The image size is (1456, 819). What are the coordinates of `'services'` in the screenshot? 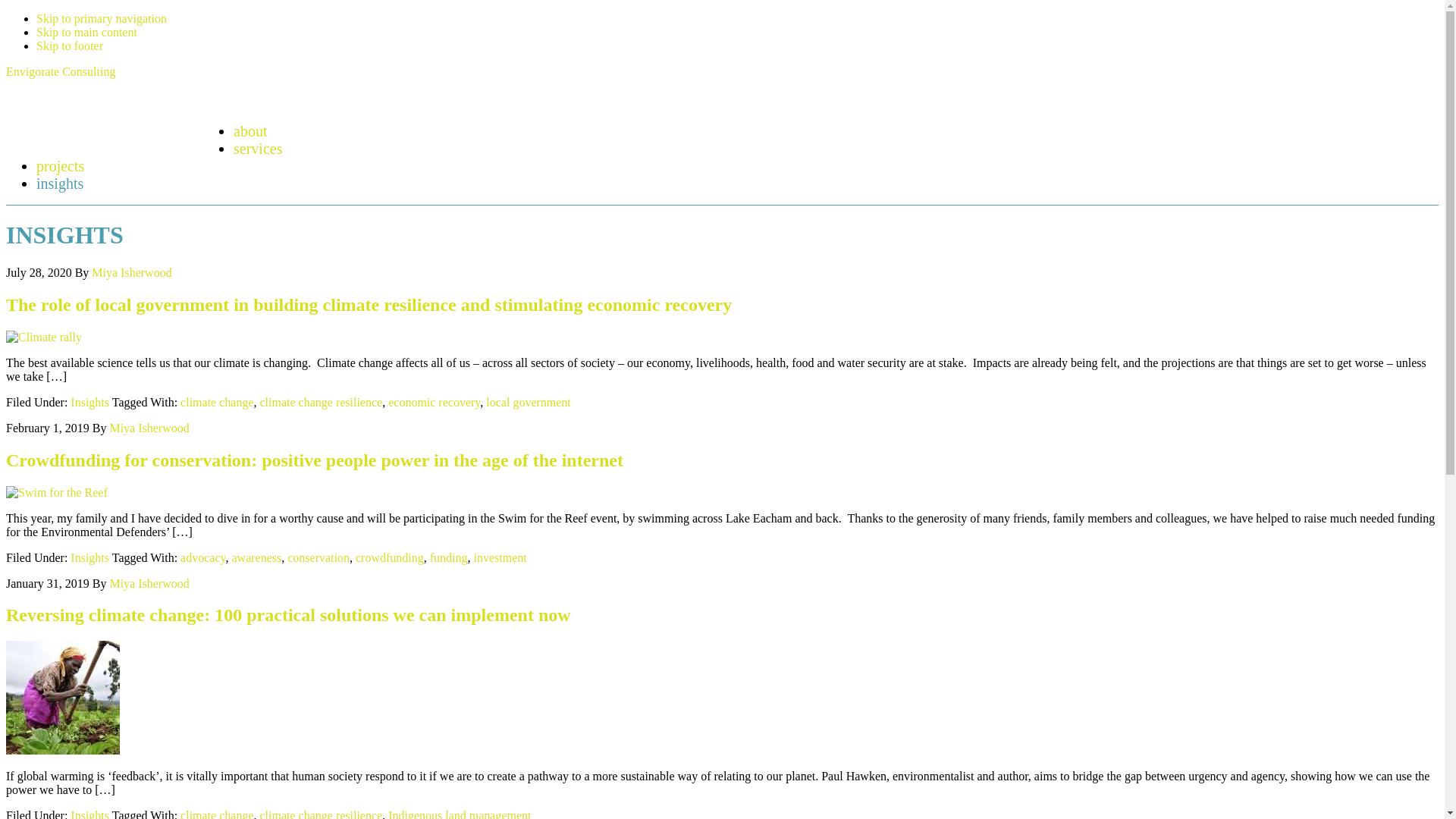 It's located at (258, 149).